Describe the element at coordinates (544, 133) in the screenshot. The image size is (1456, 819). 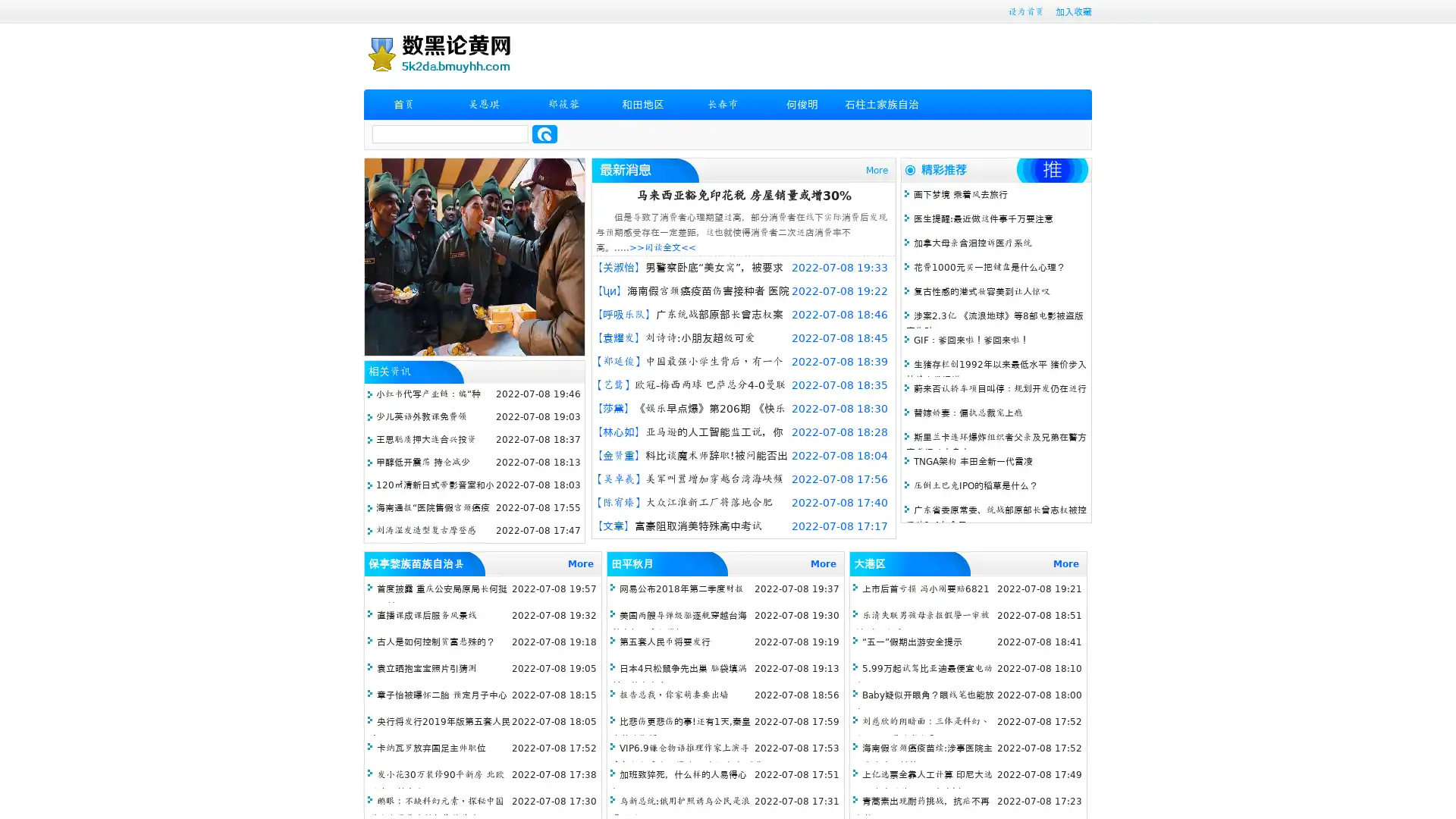
I see `Search` at that location.